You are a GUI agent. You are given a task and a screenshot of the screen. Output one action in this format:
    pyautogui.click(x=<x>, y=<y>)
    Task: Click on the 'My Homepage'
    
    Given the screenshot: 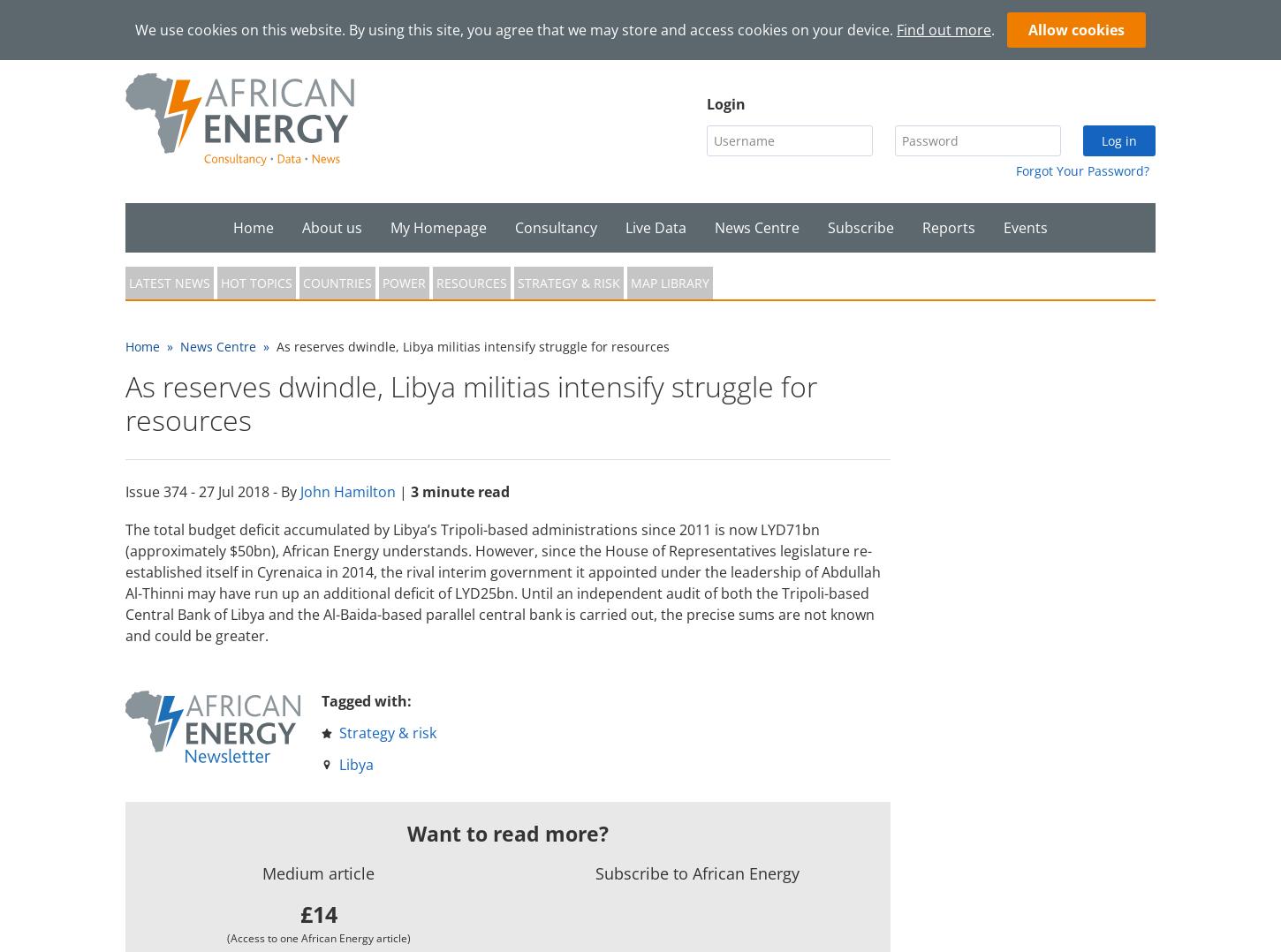 What is the action you would take?
    pyautogui.click(x=437, y=226)
    